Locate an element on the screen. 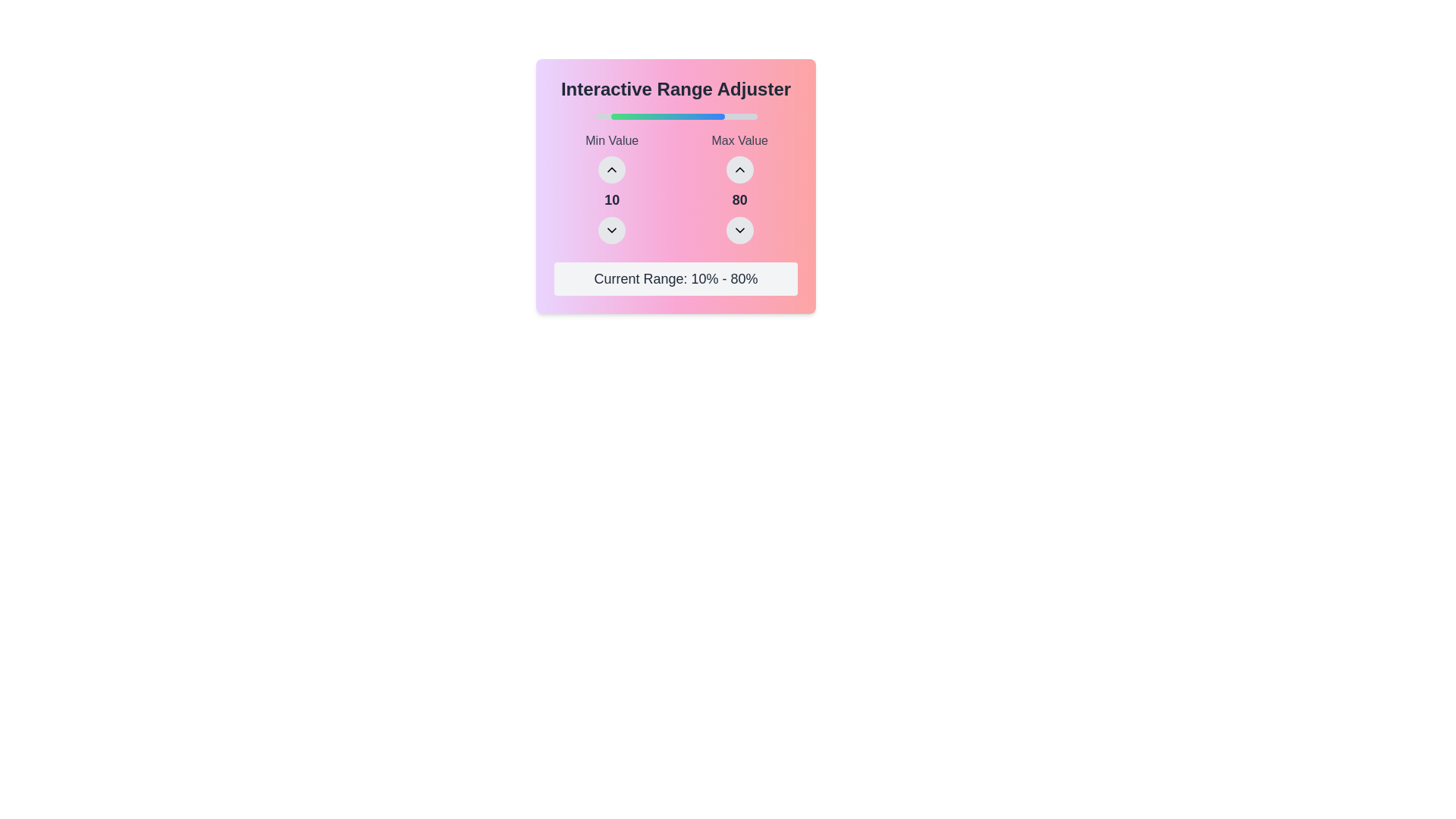 Image resolution: width=1456 pixels, height=819 pixels. the button located in the Max Value column, which is positioned above the numeric value '80' and below the label 'Max Value', to increment the associated value is located at coordinates (739, 169).